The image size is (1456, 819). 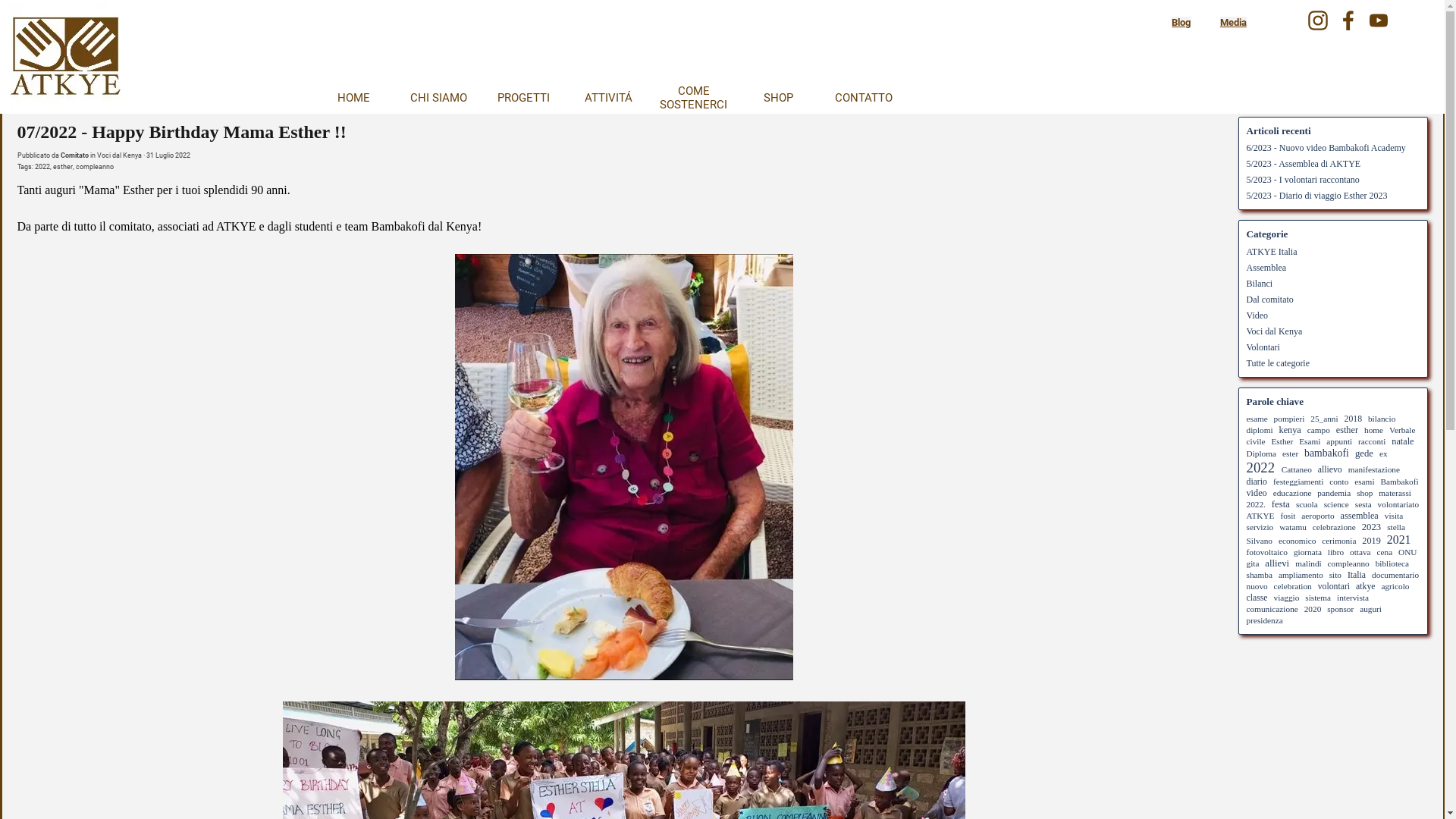 I want to click on '25_anni', so click(x=1323, y=418).